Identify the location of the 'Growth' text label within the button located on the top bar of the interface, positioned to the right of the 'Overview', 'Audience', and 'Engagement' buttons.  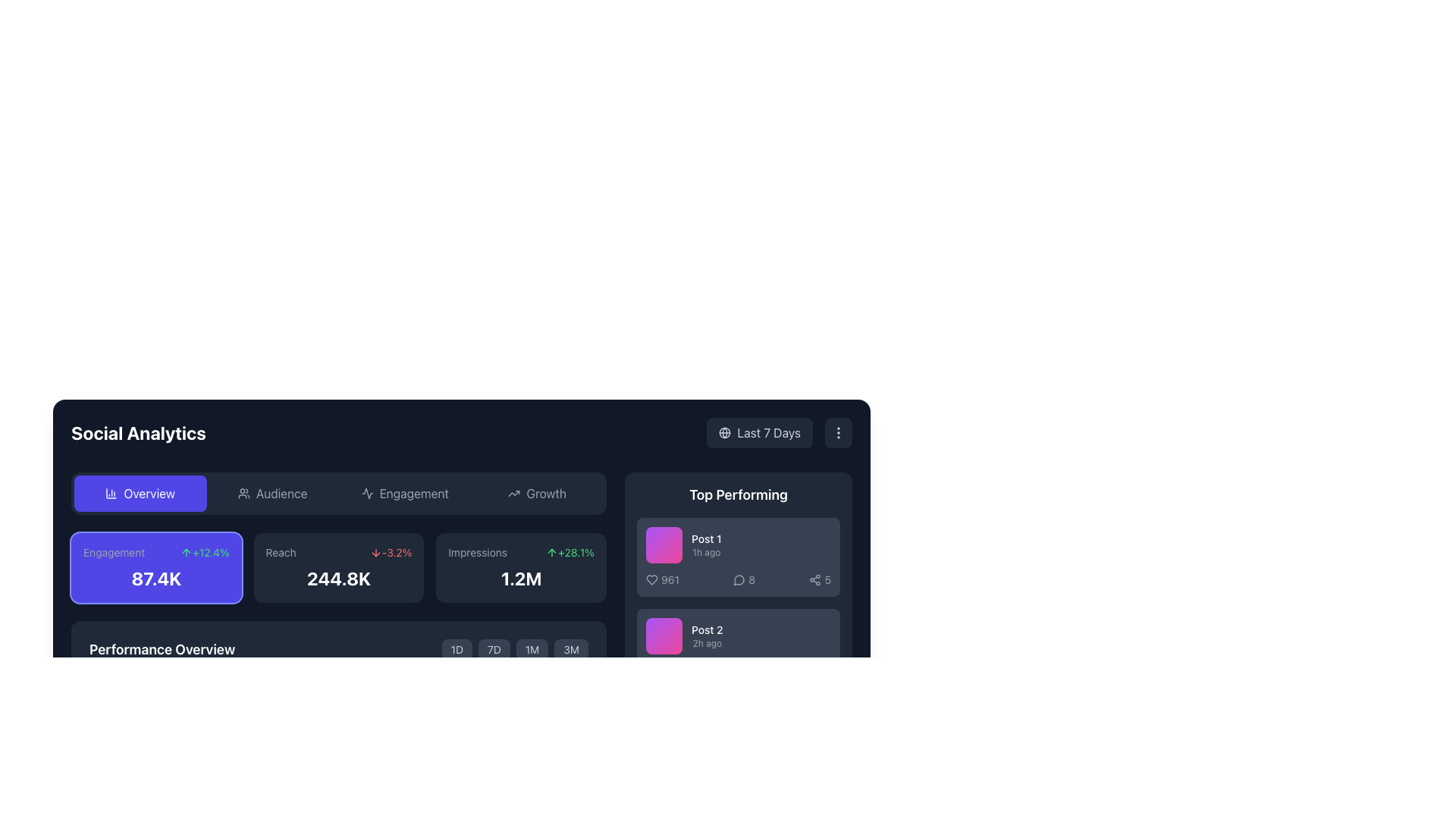
(546, 494).